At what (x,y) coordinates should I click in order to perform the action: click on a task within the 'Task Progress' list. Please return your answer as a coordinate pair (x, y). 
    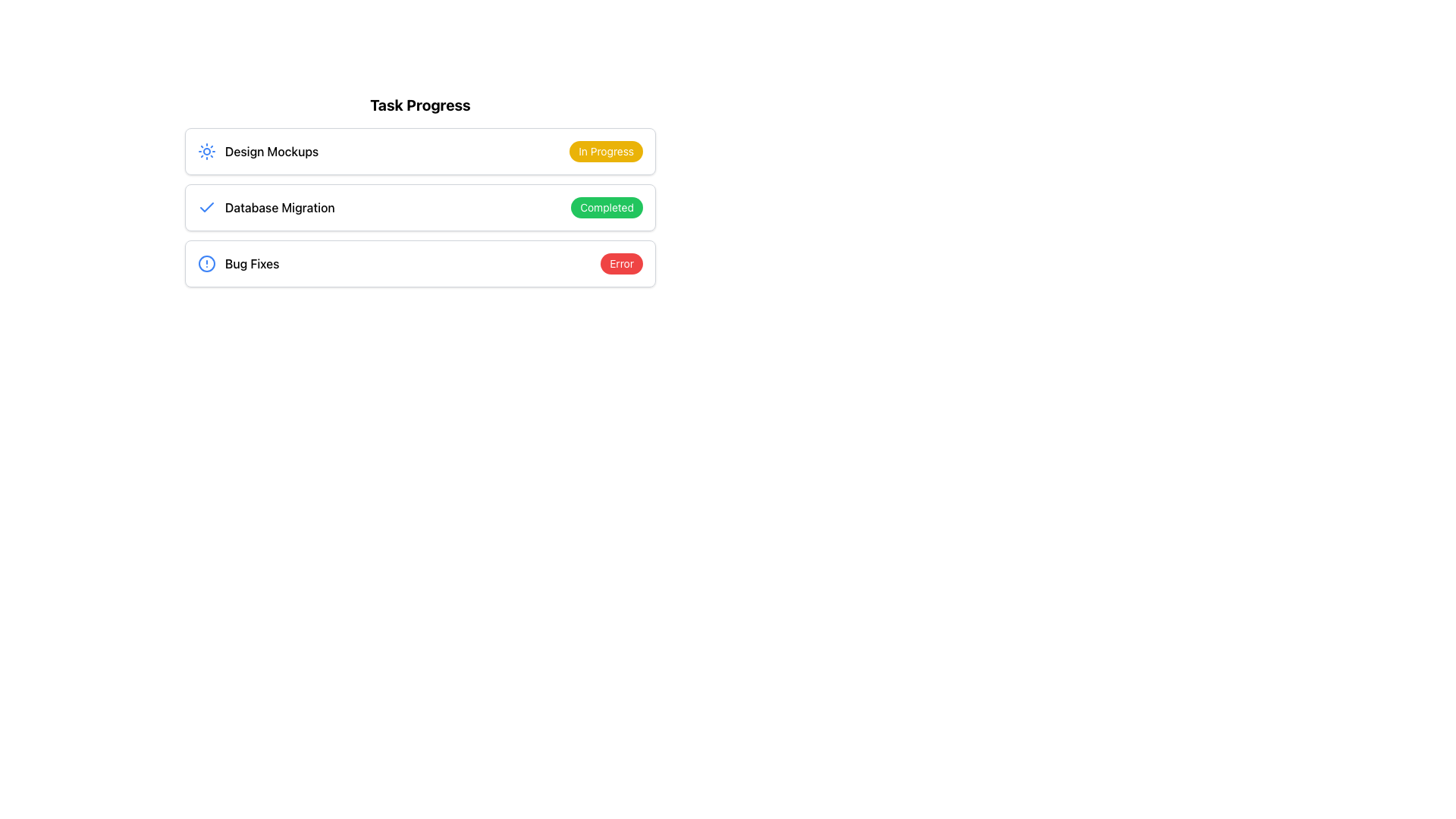
    Looking at the image, I should click on (420, 190).